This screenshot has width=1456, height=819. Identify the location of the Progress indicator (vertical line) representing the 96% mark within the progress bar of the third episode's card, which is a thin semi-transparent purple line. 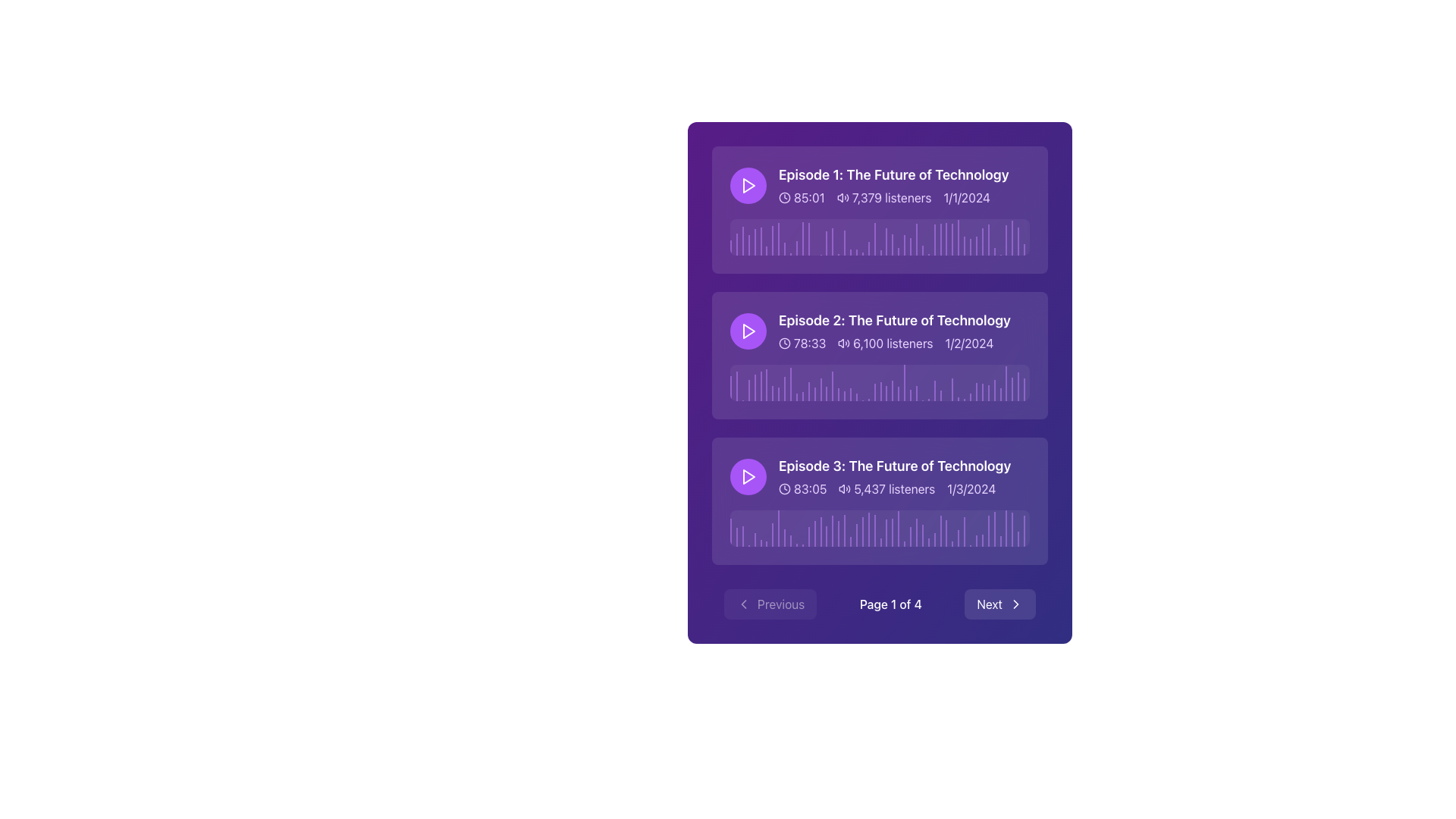
(1018, 538).